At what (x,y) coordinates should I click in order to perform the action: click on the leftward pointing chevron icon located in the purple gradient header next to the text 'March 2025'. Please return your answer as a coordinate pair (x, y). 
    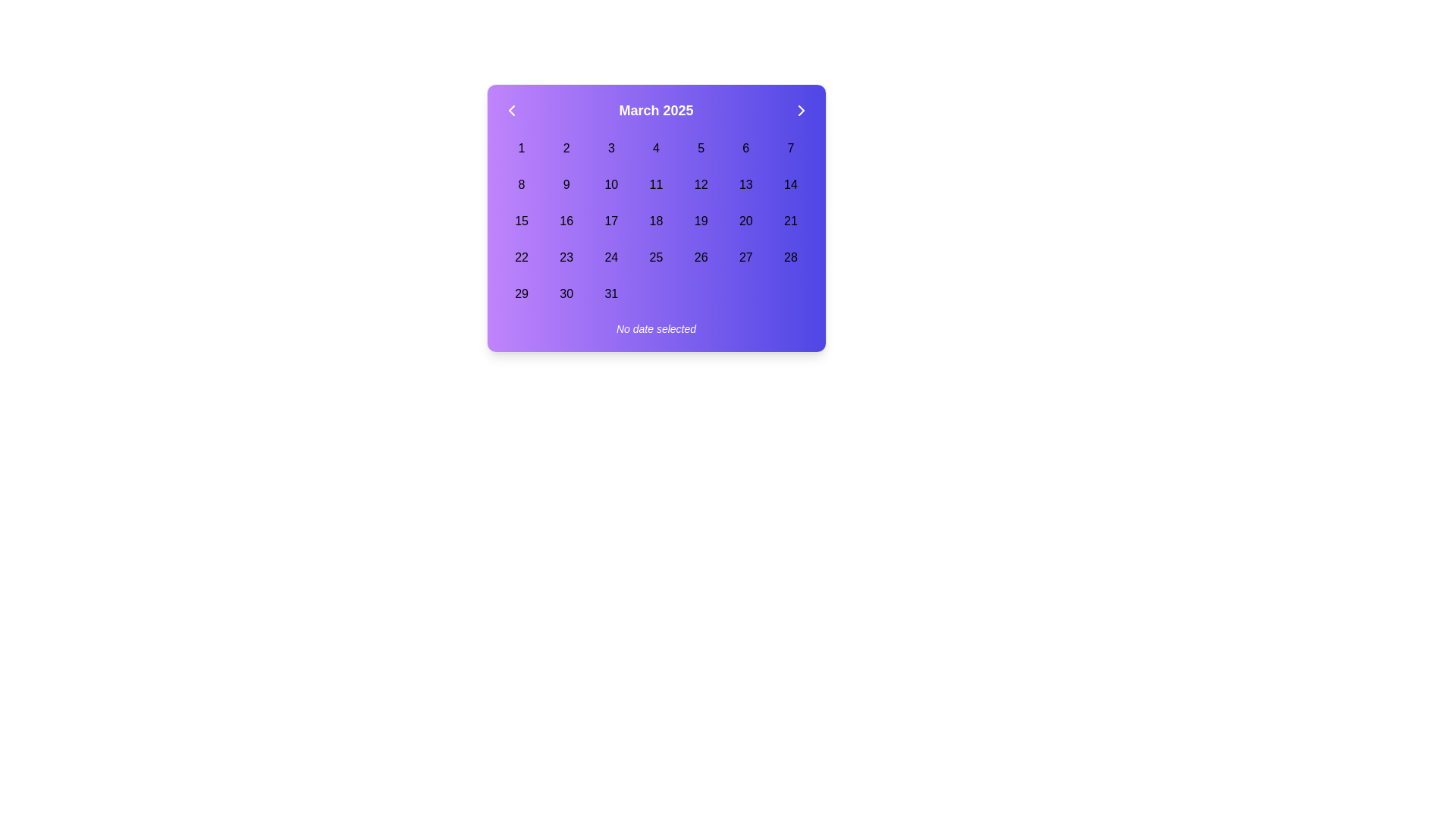
    Looking at the image, I should click on (511, 110).